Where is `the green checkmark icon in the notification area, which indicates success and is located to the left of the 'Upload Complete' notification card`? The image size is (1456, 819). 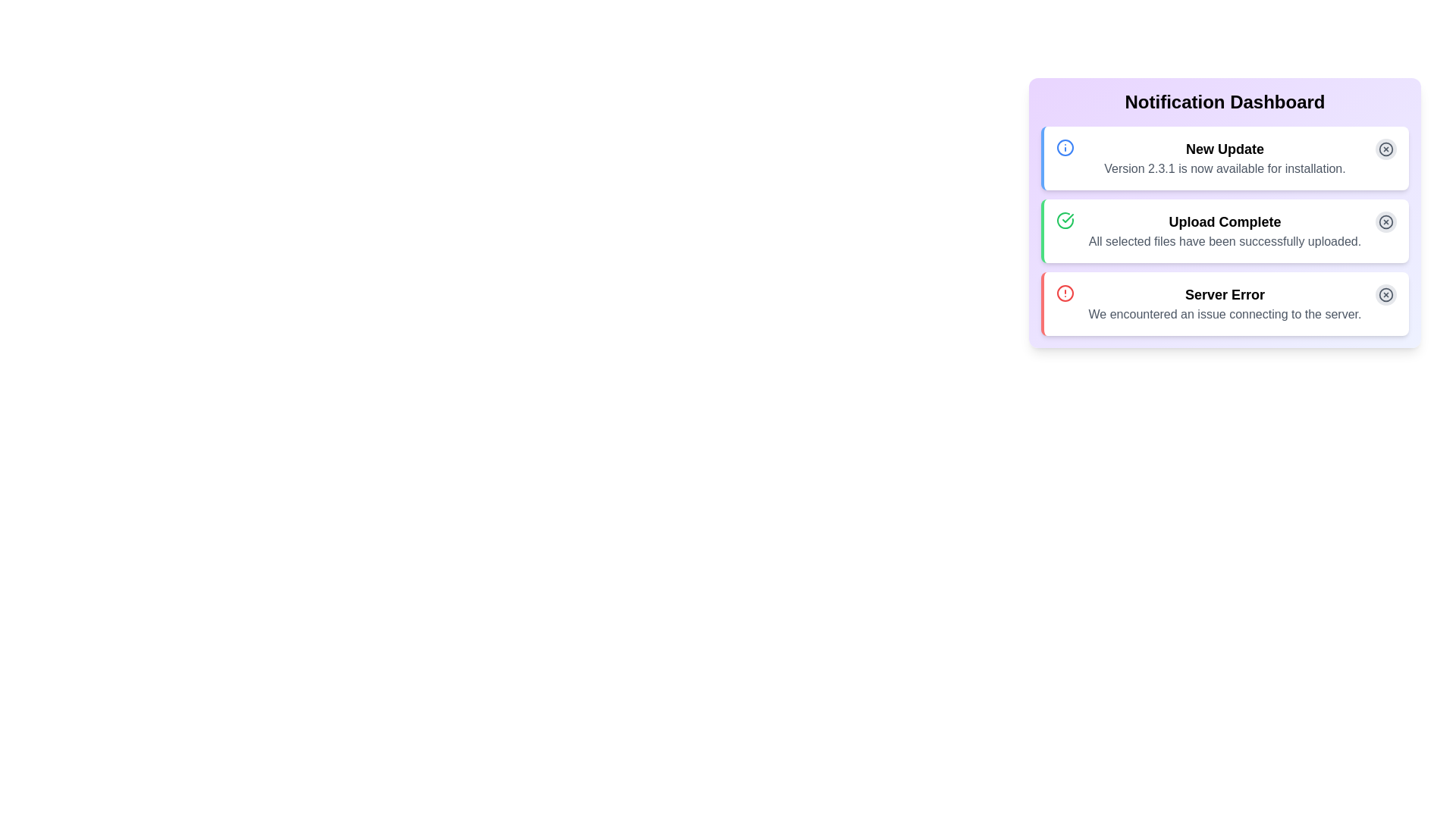
the green checkmark icon in the notification area, which indicates success and is located to the left of the 'Upload Complete' notification card is located at coordinates (1065, 220).